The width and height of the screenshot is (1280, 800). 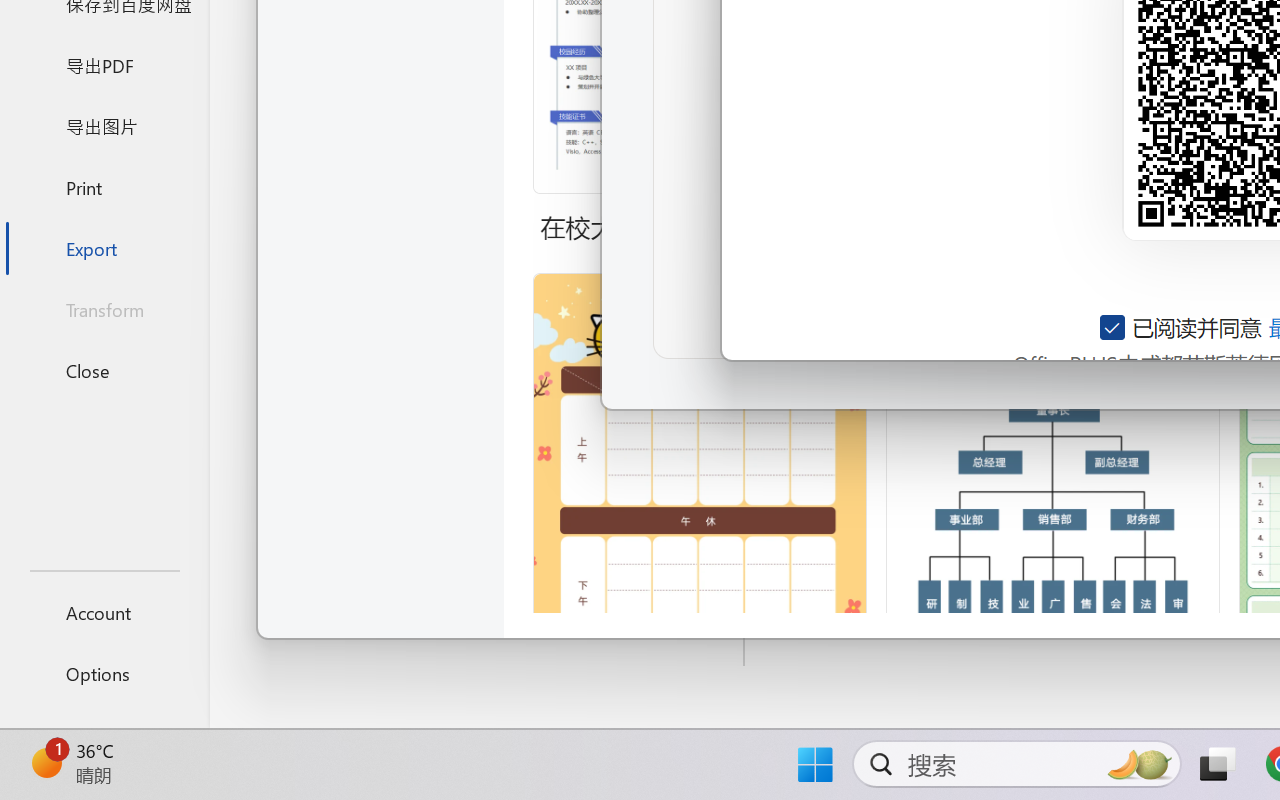 I want to click on 'Account', so click(x=103, y=612).